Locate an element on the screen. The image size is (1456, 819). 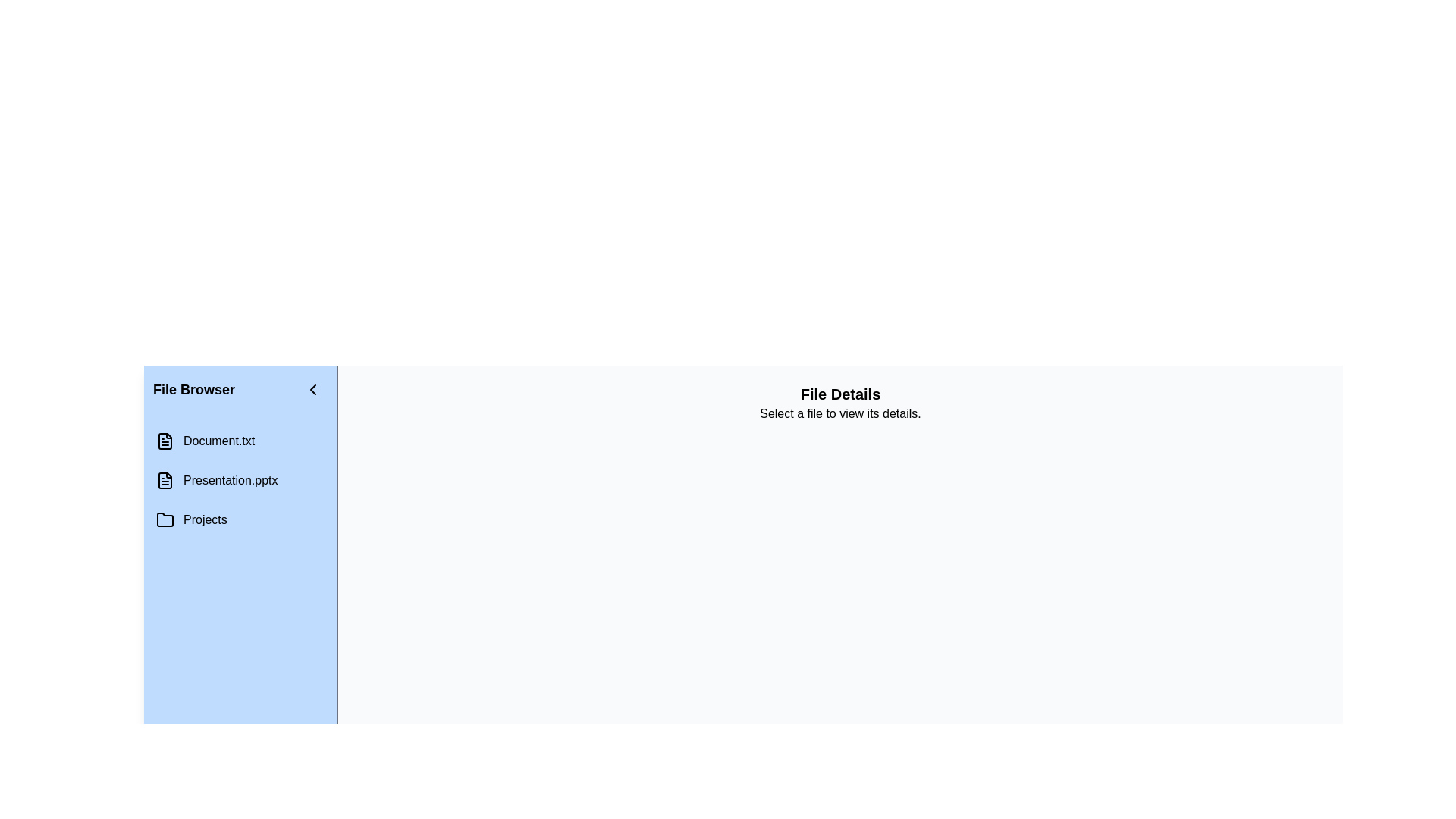
the document icon located in the left side navigation panel next to the label 'Document.txt' is located at coordinates (165, 441).